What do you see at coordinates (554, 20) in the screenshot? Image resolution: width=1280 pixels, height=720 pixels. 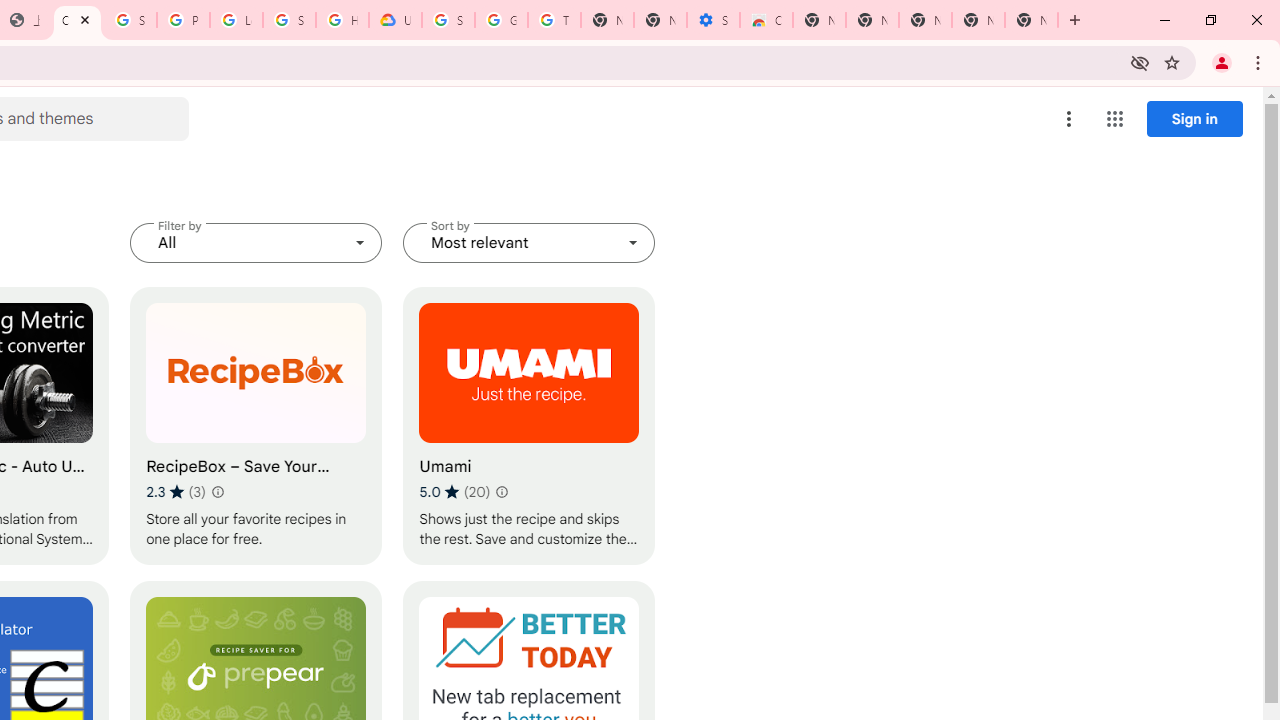 I see `'Turn cookies on or off - Computer - Google Account Help'` at bounding box center [554, 20].